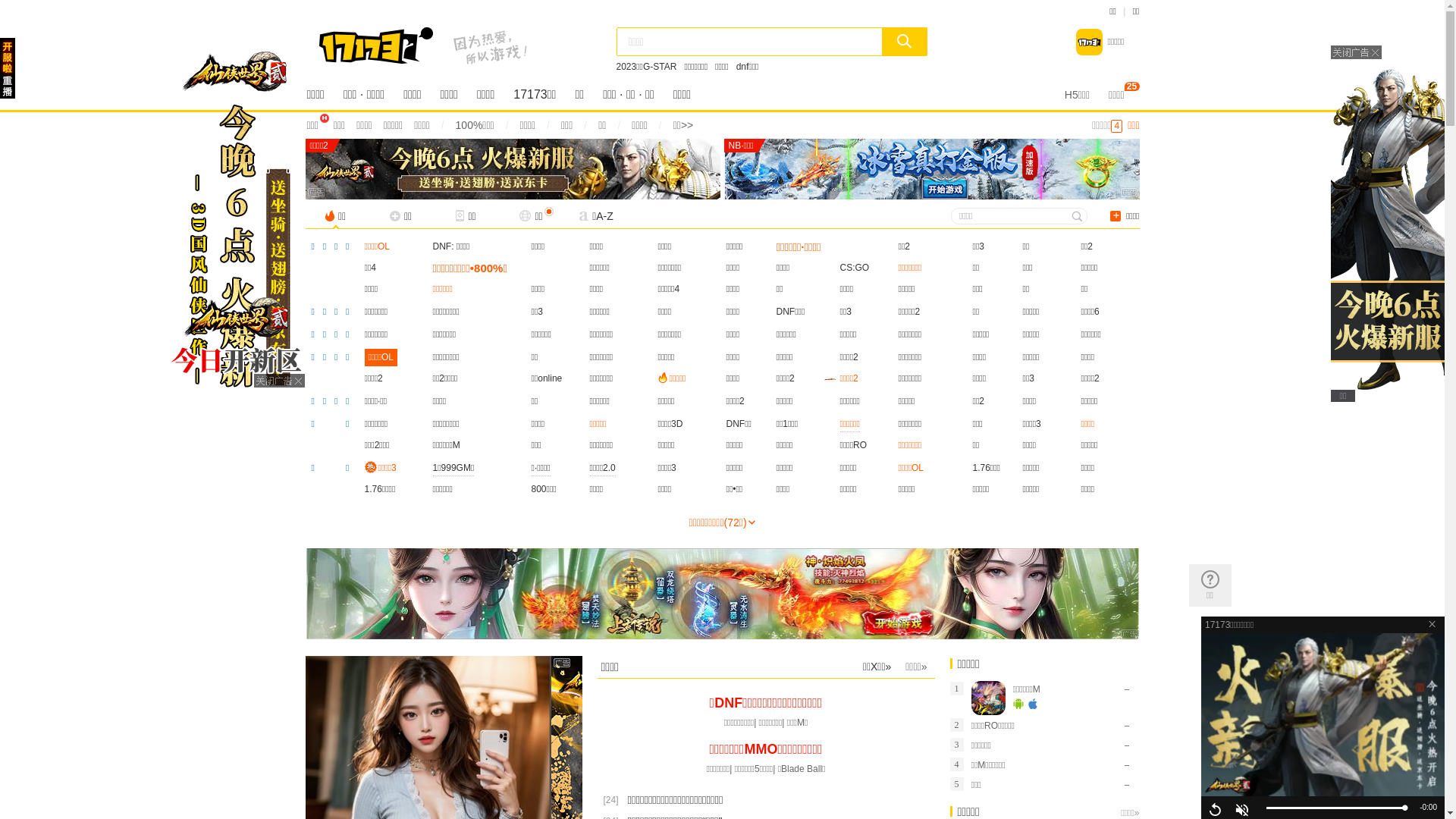  Describe the element at coordinates (855, 267) in the screenshot. I see `'CS:GO'` at that location.